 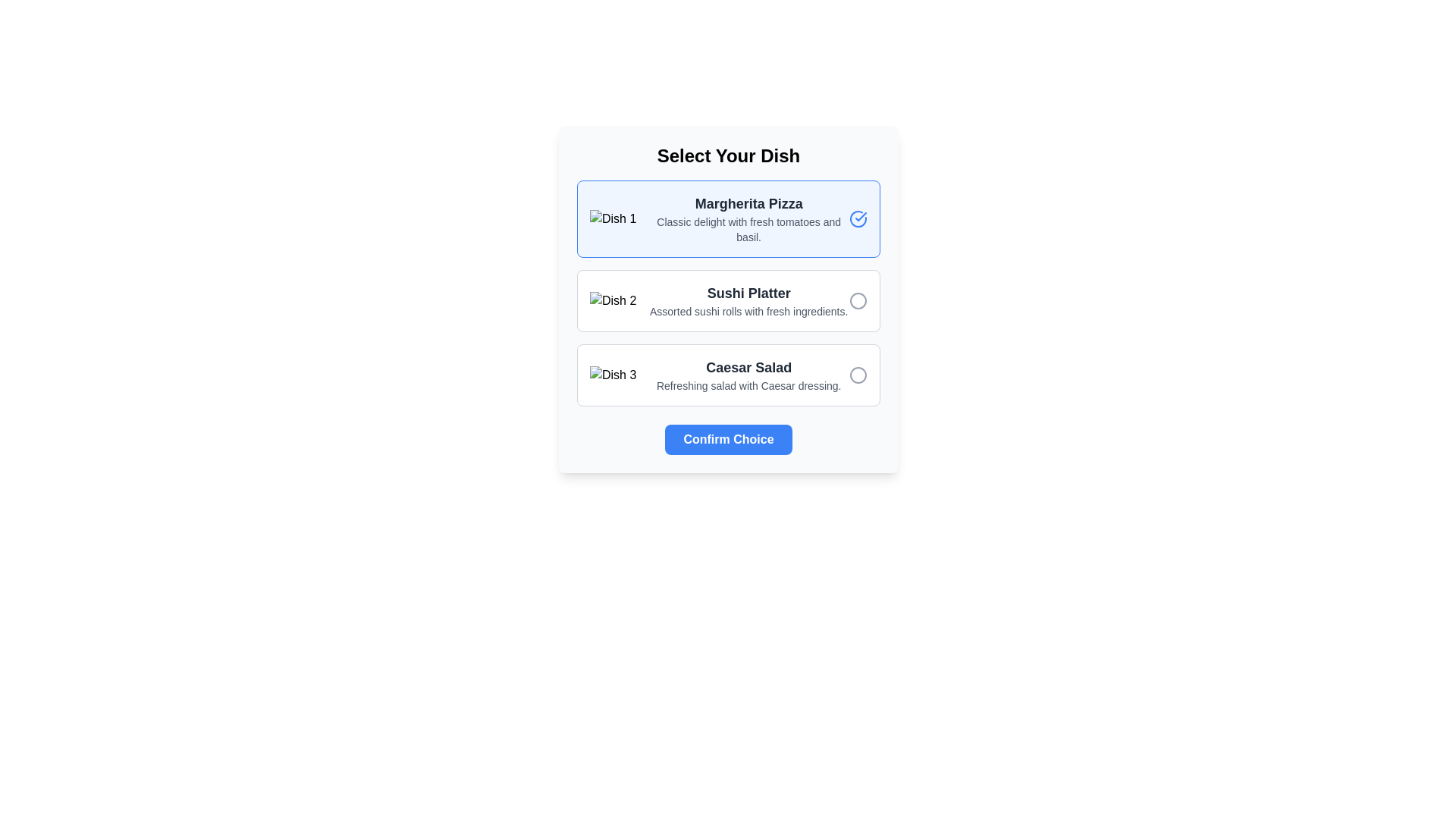 What do you see at coordinates (748, 293) in the screenshot?
I see `the text label for the dish 'Sushi Platter', which serves as a header identifying the associated dish in the vertical list layout` at bounding box center [748, 293].